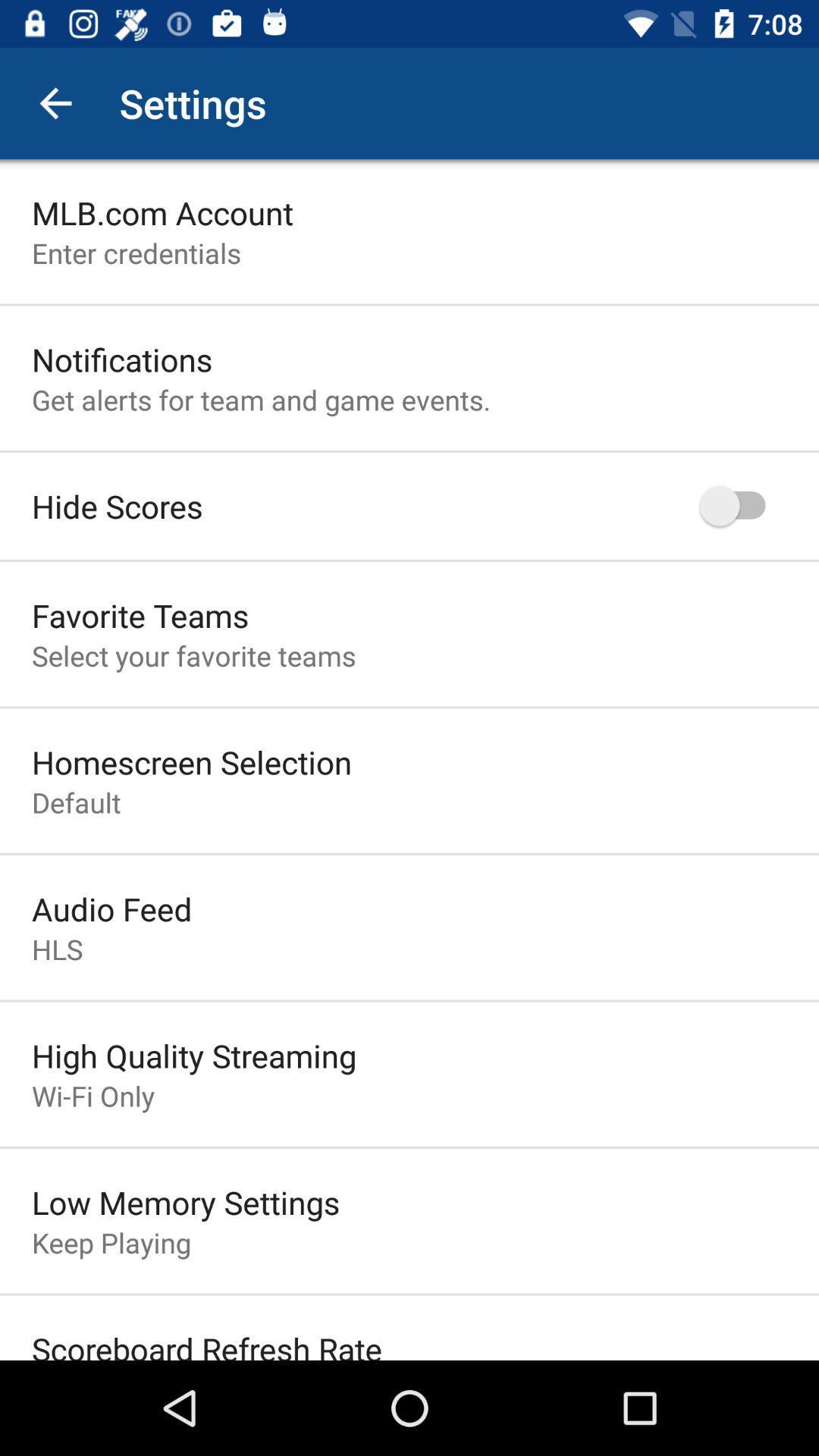 This screenshot has width=819, height=1456. I want to click on high quality streaming item, so click(193, 1055).